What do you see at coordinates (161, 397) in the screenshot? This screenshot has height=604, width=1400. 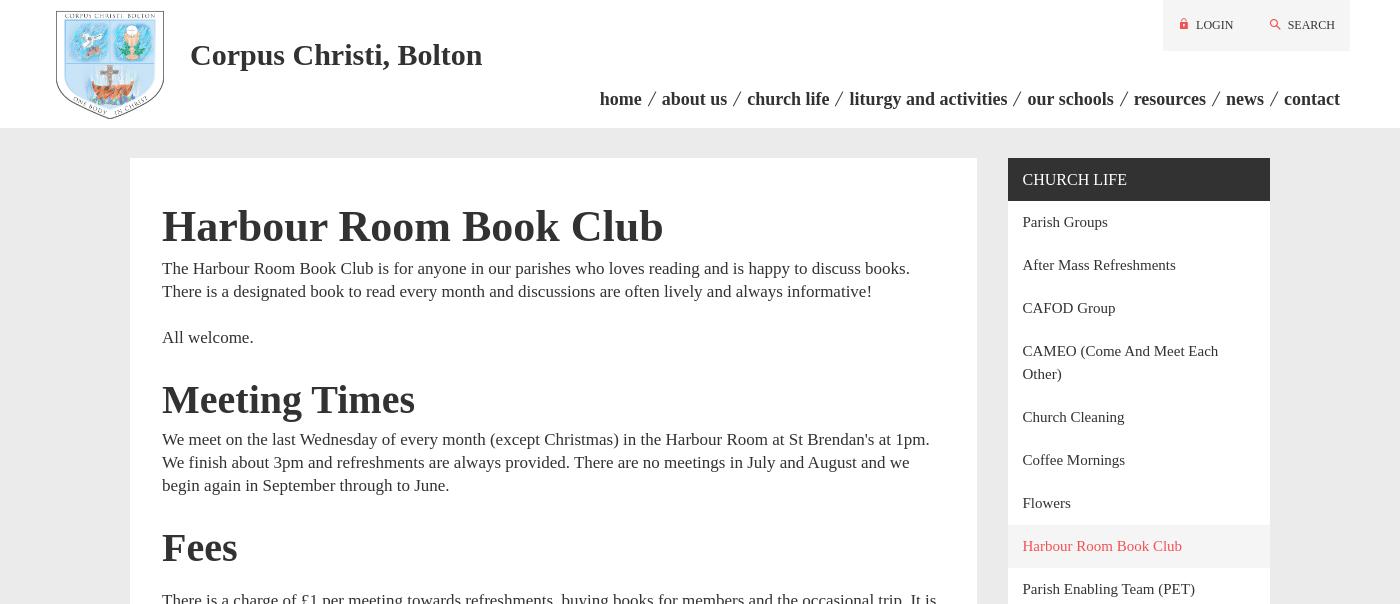 I see `'Meeting Times'` at bounding box center [161, 397].